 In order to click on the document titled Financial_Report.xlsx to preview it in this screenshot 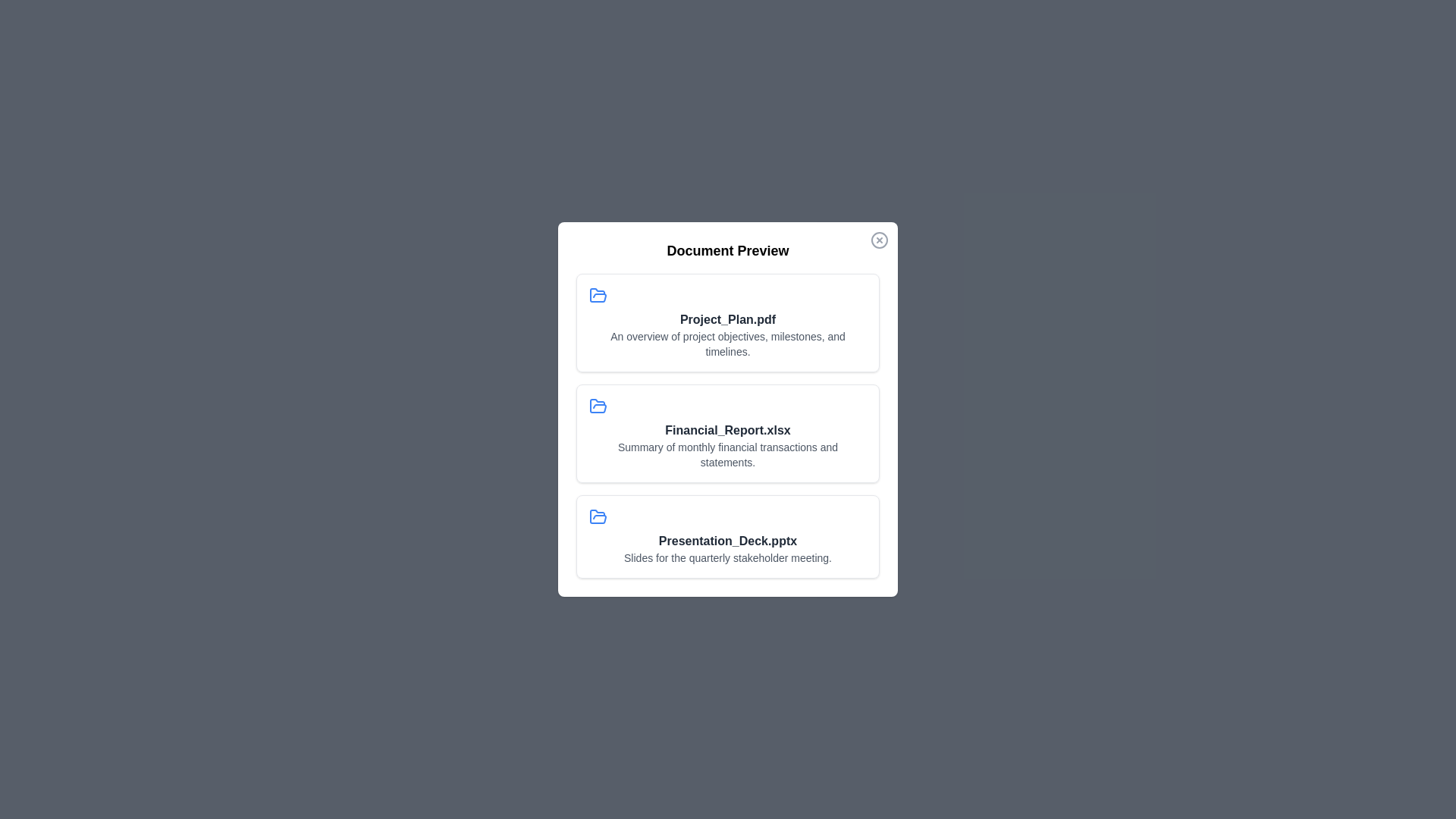, I will do `click(728, 433)`.